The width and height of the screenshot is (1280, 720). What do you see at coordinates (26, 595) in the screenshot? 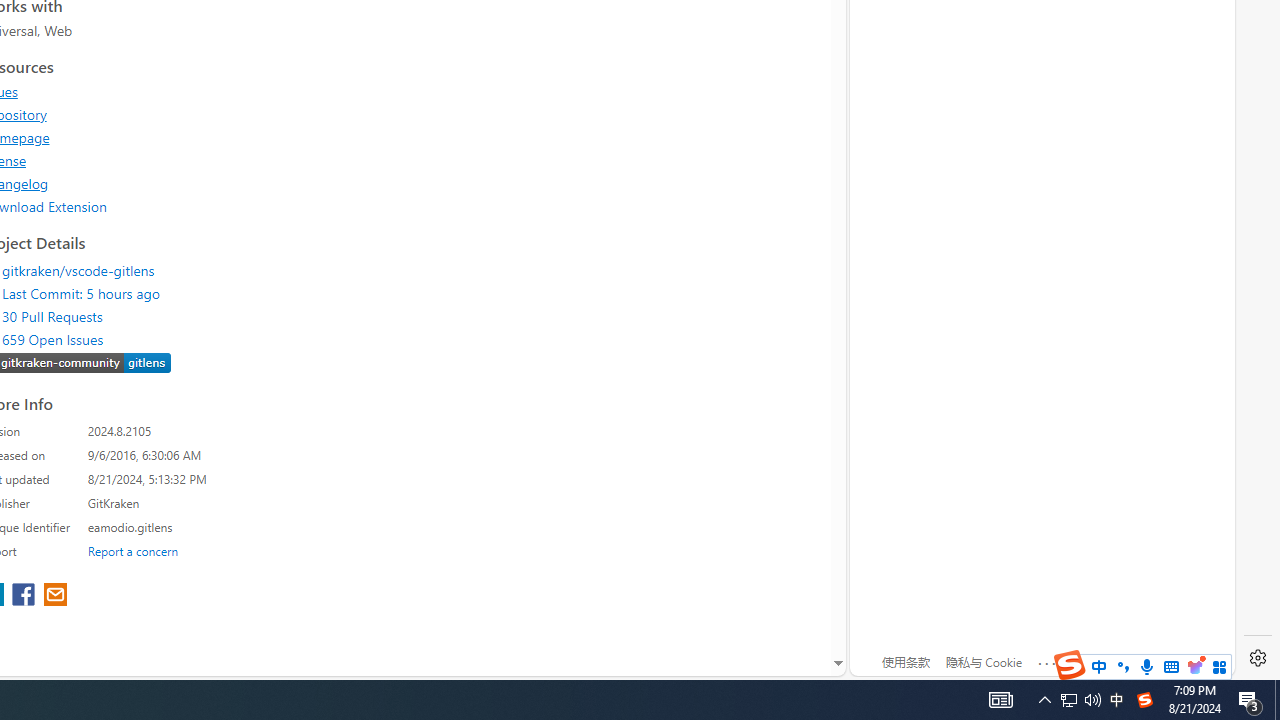
I see `'share extension on facebook'` at bounding box center [26, 595].